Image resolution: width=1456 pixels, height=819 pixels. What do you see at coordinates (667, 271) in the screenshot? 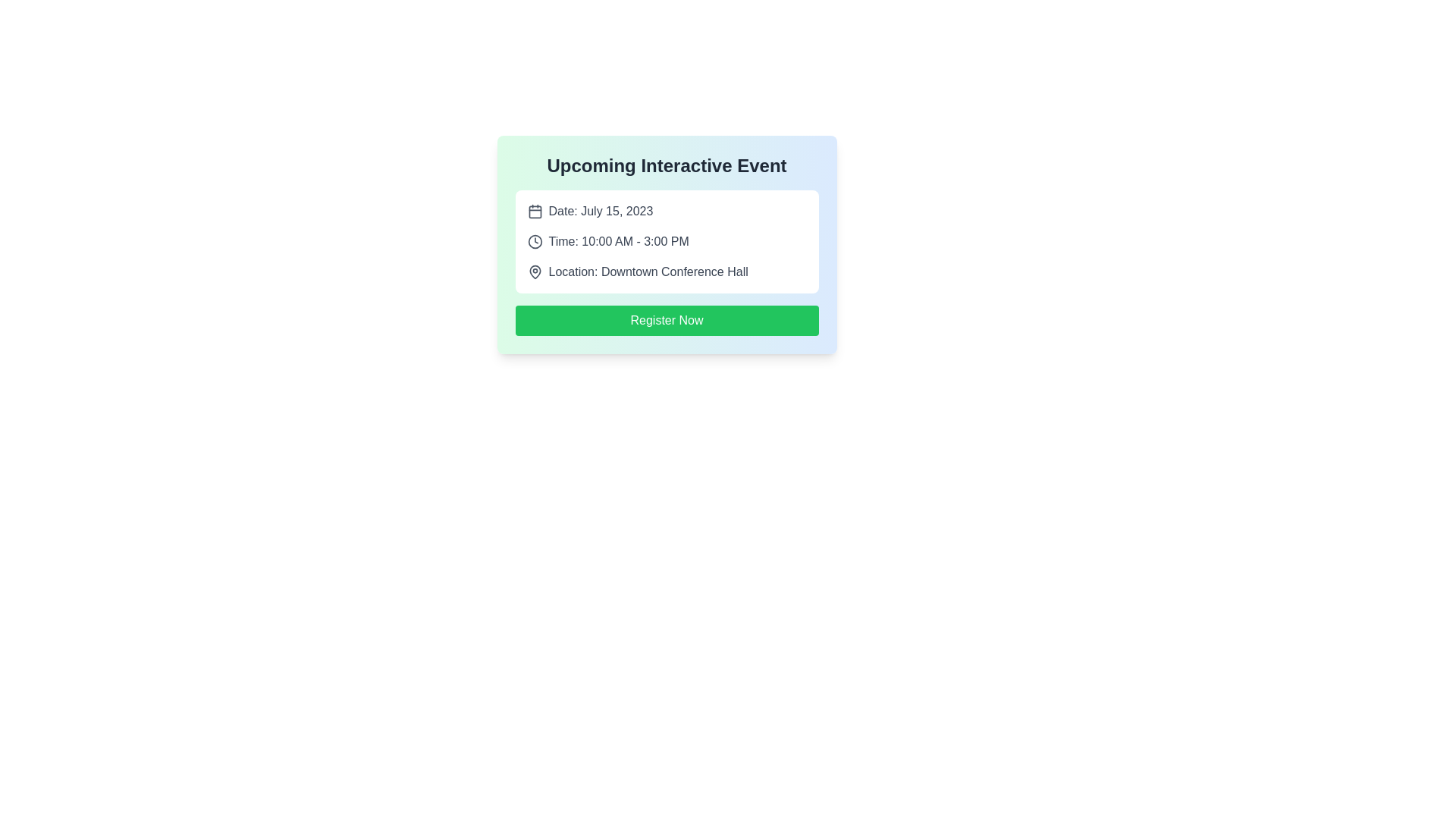
I see `the label with the text 'Location: Downtown Conference Hall' and a map pin icon, which is the last entry in a vertical list of elements` at bounding box center [667, 271].